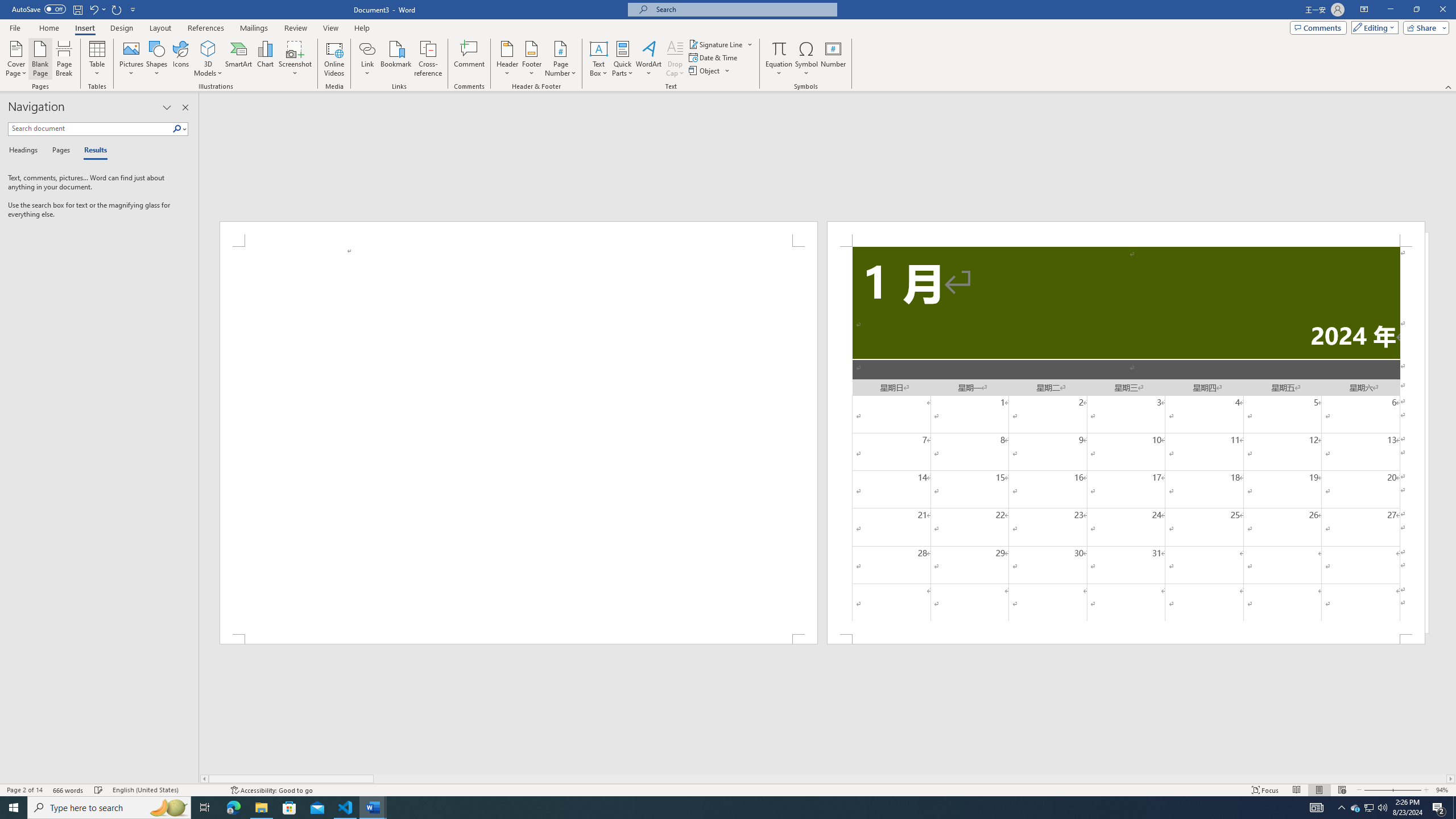 This screenshot has height=819, width=1456. Describe the element at coordinates (334, 59) in the screenshot. I see `'Online Videos...'` at that location.